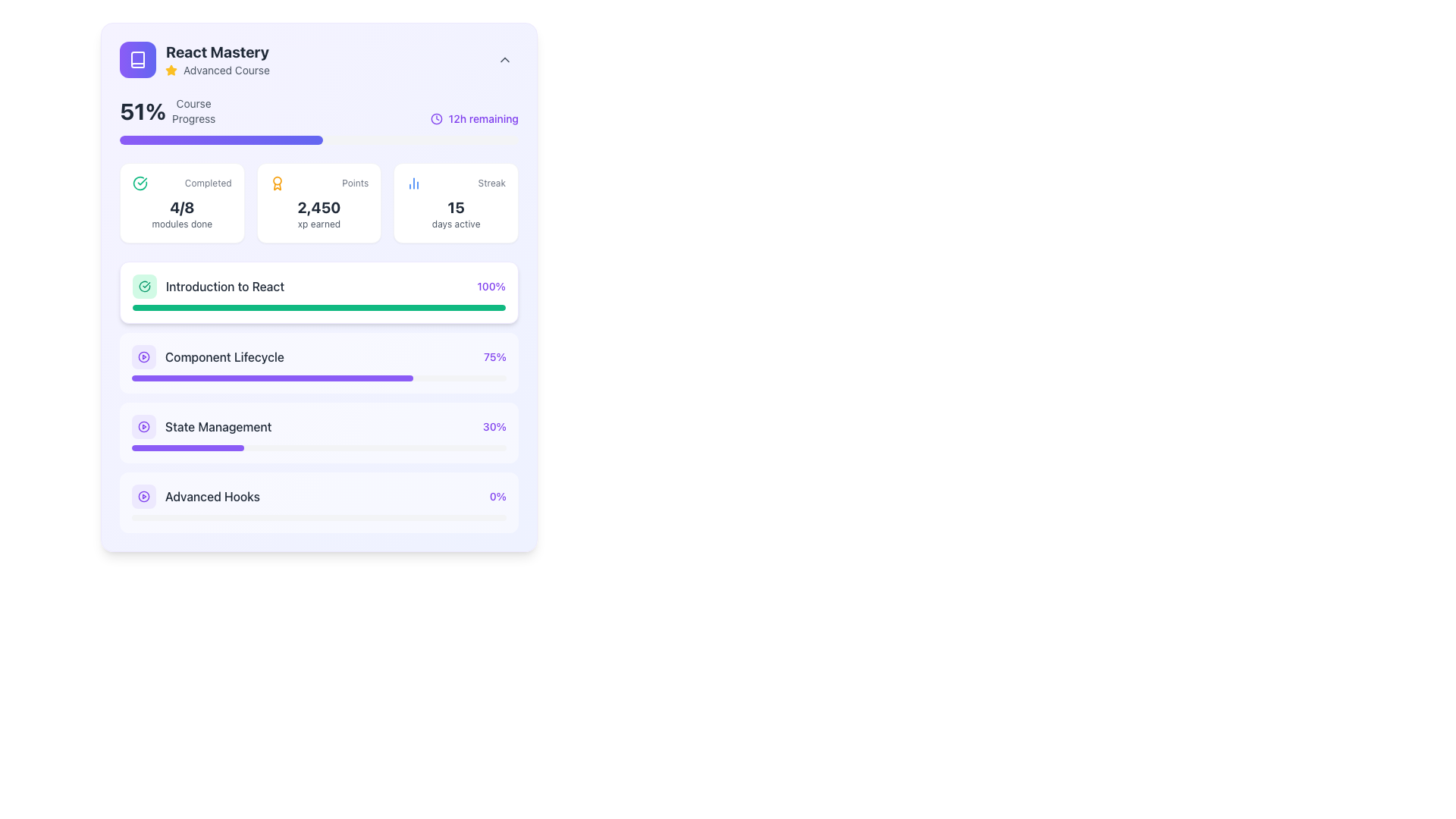 The height and width of the screenshot is (819, 1456). What do you see at coordinates (144, 427) in the screenshot?
I see `the play button icon styled as a circular outline with a play symbol inside, rendered in violet, located within the 'State Management' course list item` at bounding box center [144, 427].